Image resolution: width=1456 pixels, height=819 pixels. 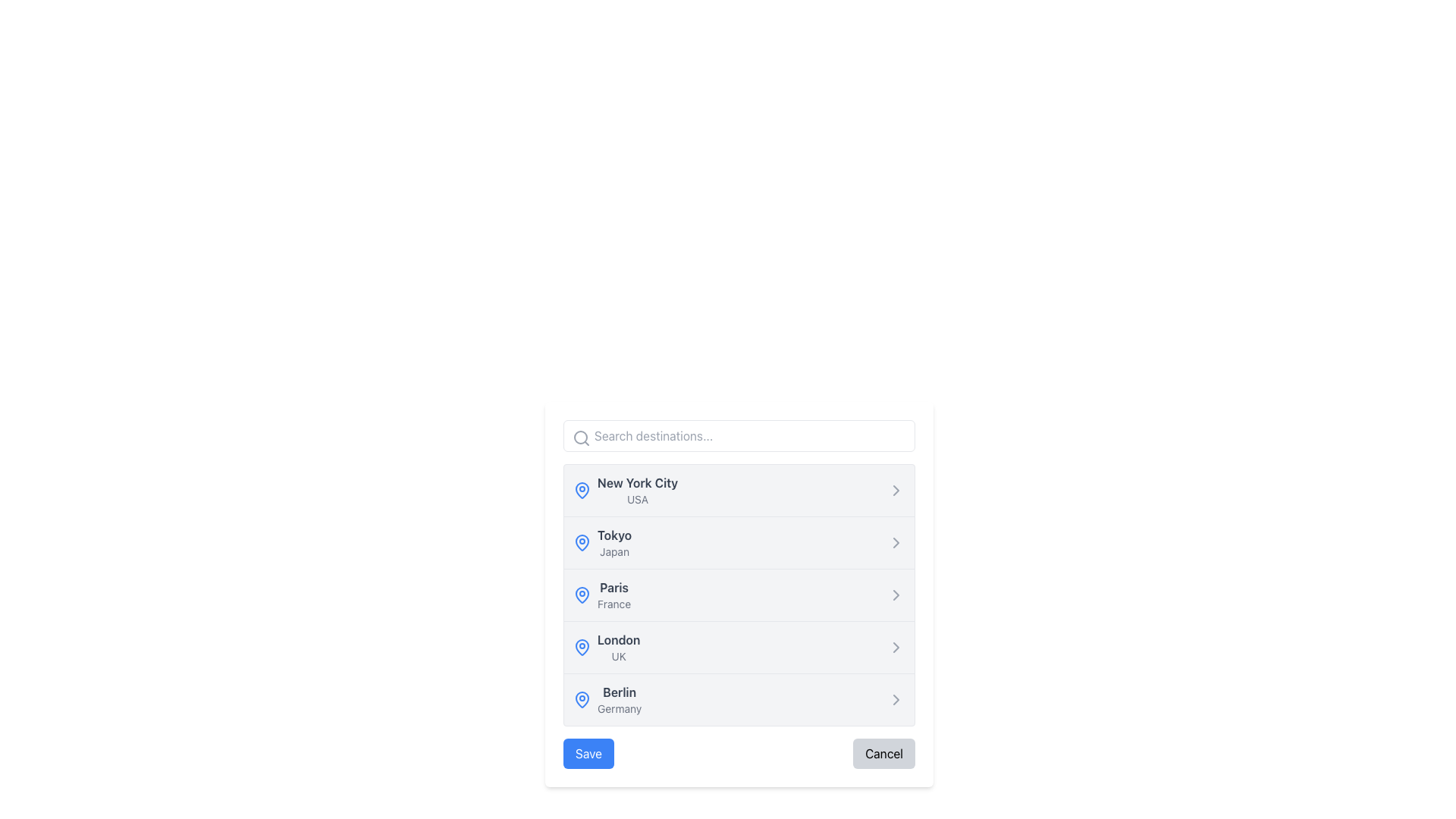 I want to click on the chevron icon on the far right edge of the row displaying 'Paris, France', so click(x=896, y=595).